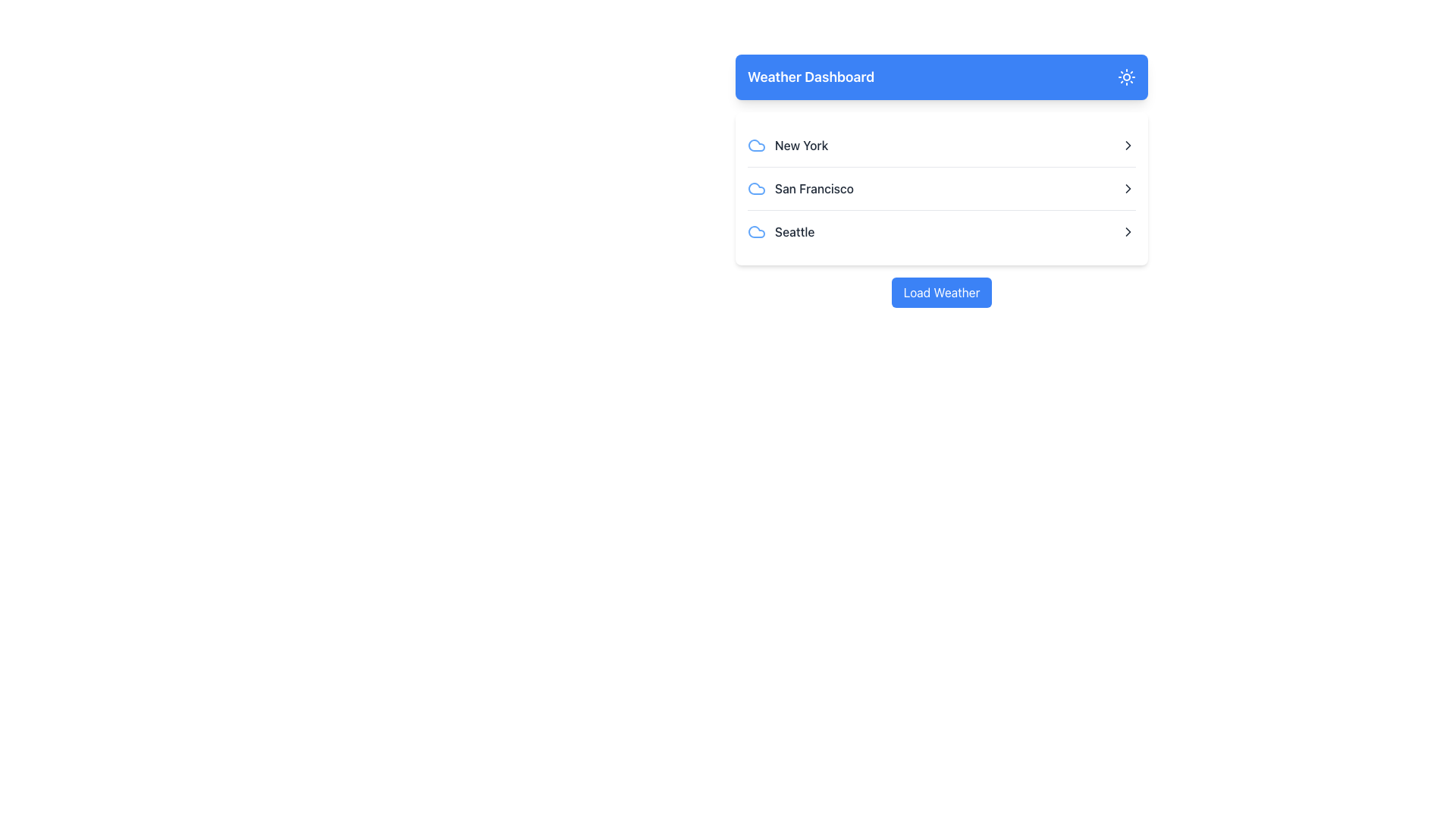  I want to click on the selectable list entry for the city 'San Francisco', so click(941, 188).